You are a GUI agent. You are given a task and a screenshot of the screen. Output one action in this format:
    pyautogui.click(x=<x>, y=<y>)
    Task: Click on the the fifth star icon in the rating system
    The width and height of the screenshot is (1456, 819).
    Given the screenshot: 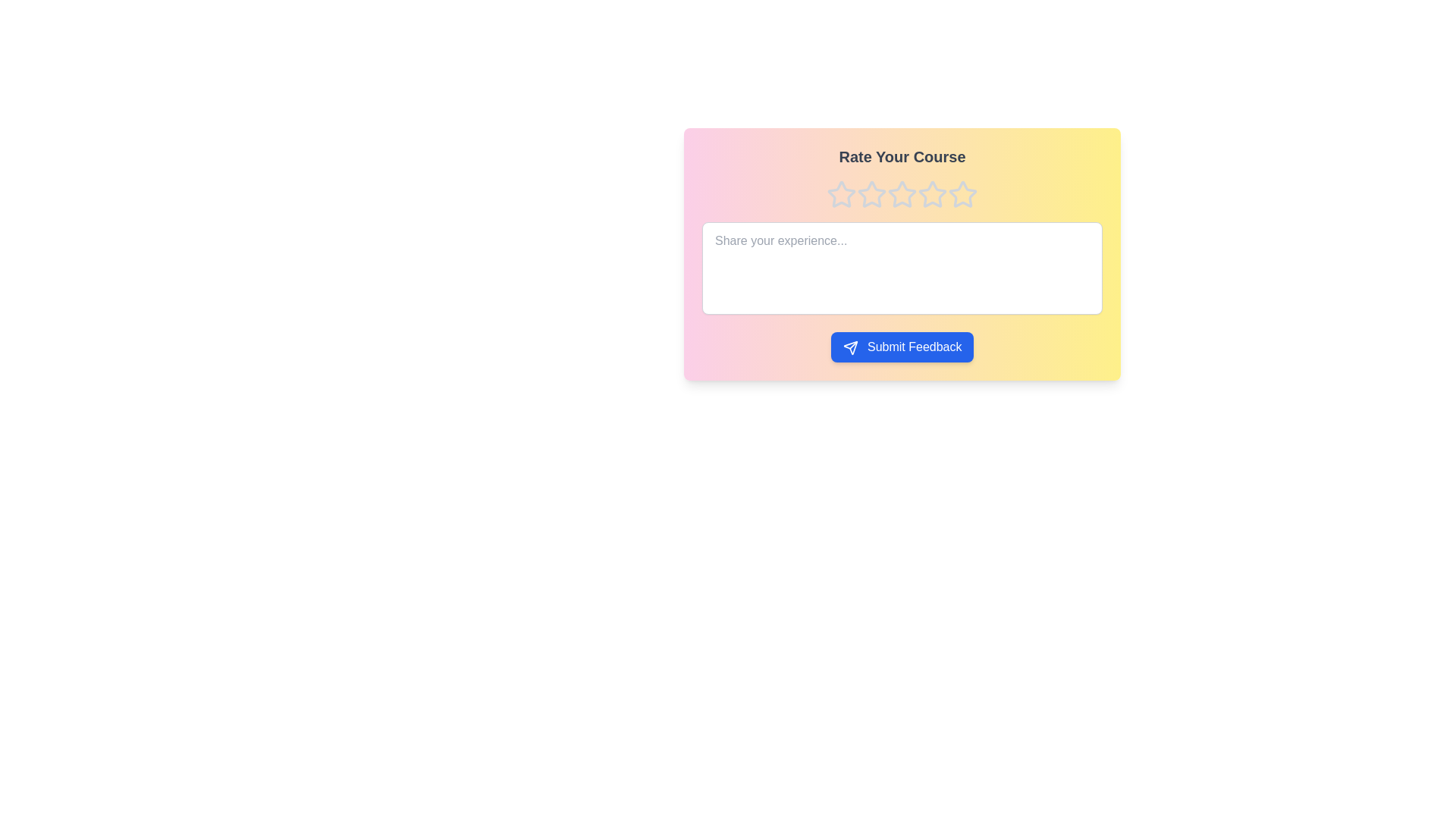 What is the action you would take?
    pyautogui.click(x=961, y=193)
    